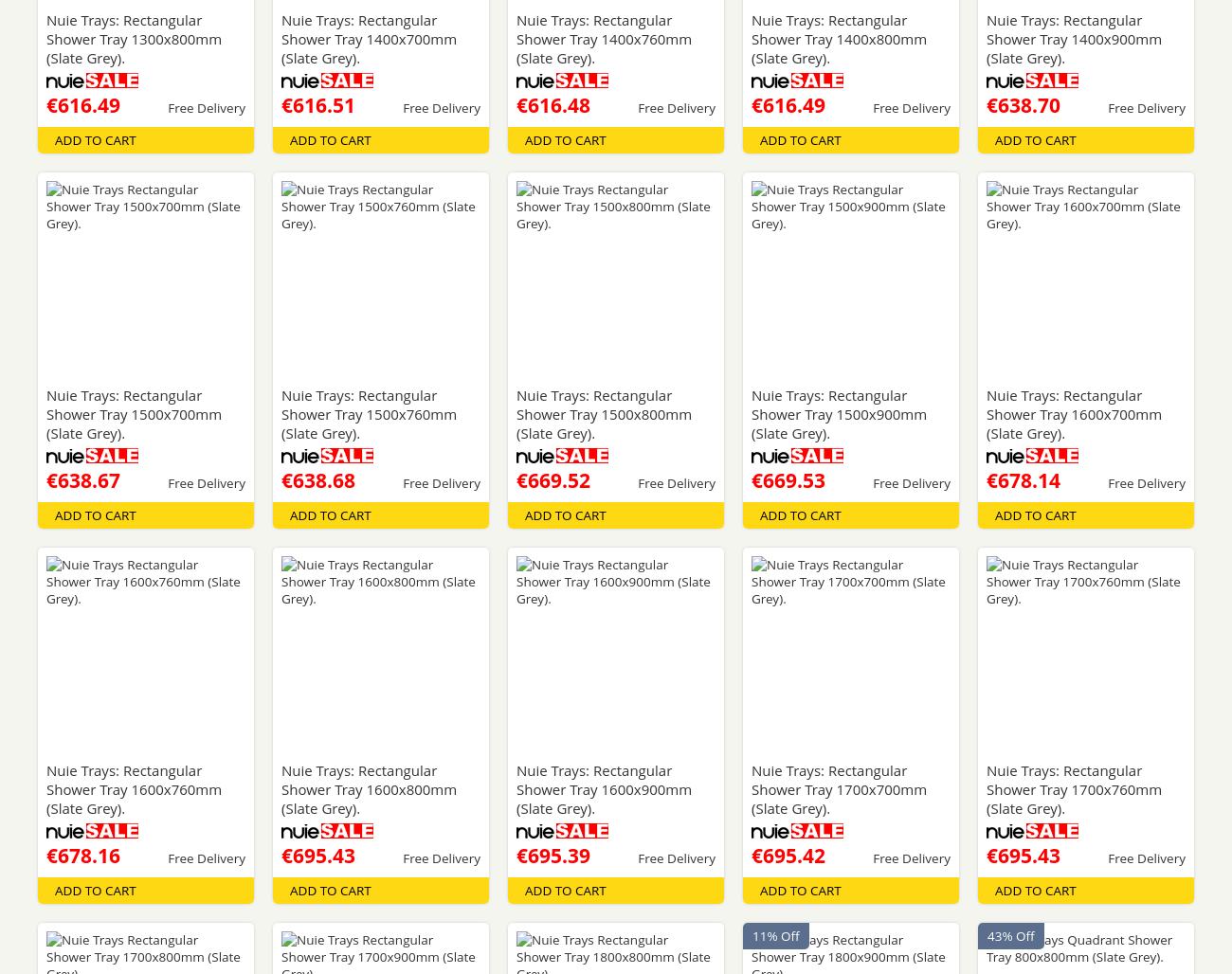  Describe the element at coordinates (838, 414) in the screenshot. I see `'Nuie Trays: Rectangular Shower Tray 1500x900mm (Slate Grey).'` at that location.